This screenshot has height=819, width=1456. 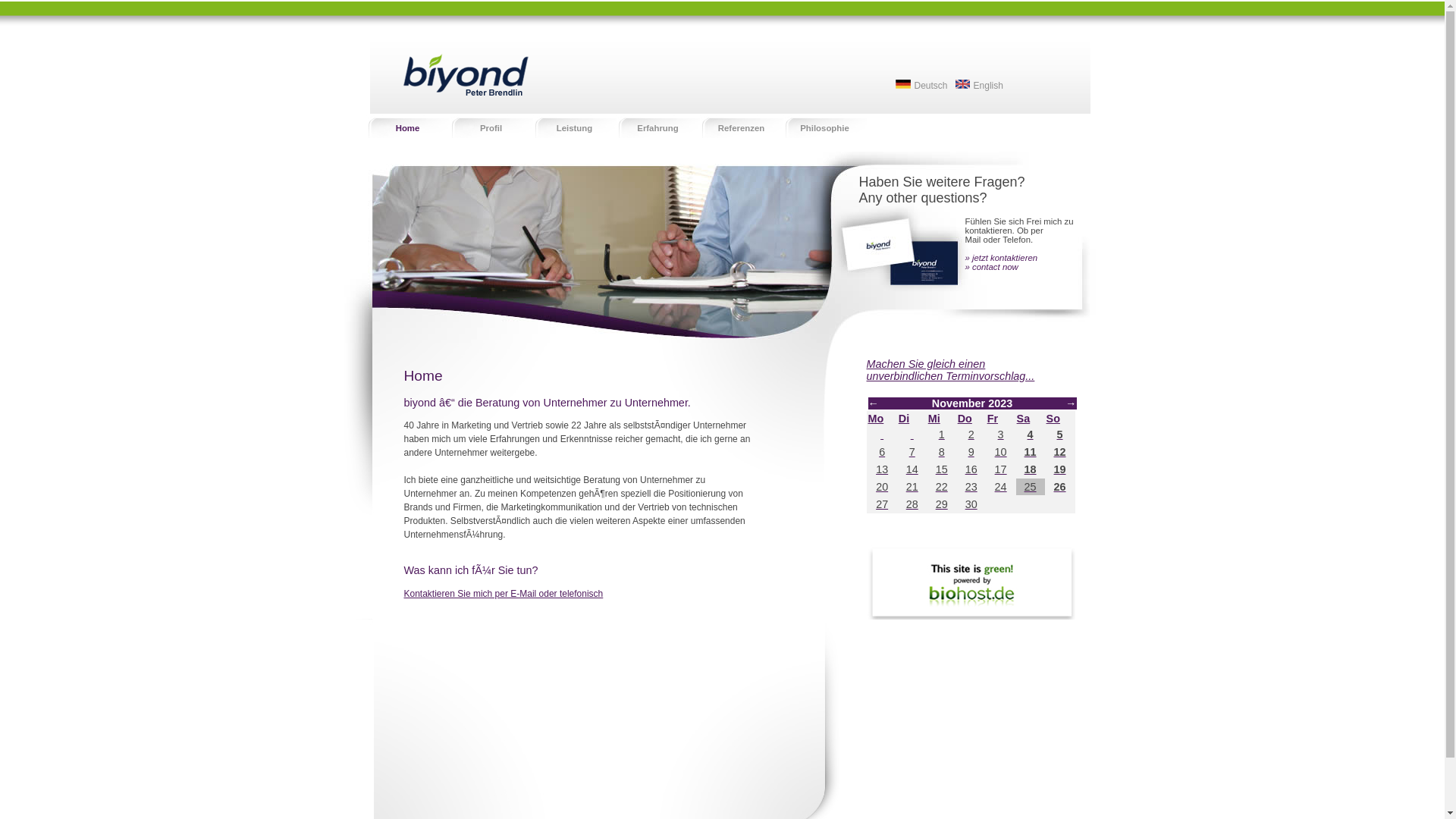 I want to click on '10', so click(x=994, y=451).